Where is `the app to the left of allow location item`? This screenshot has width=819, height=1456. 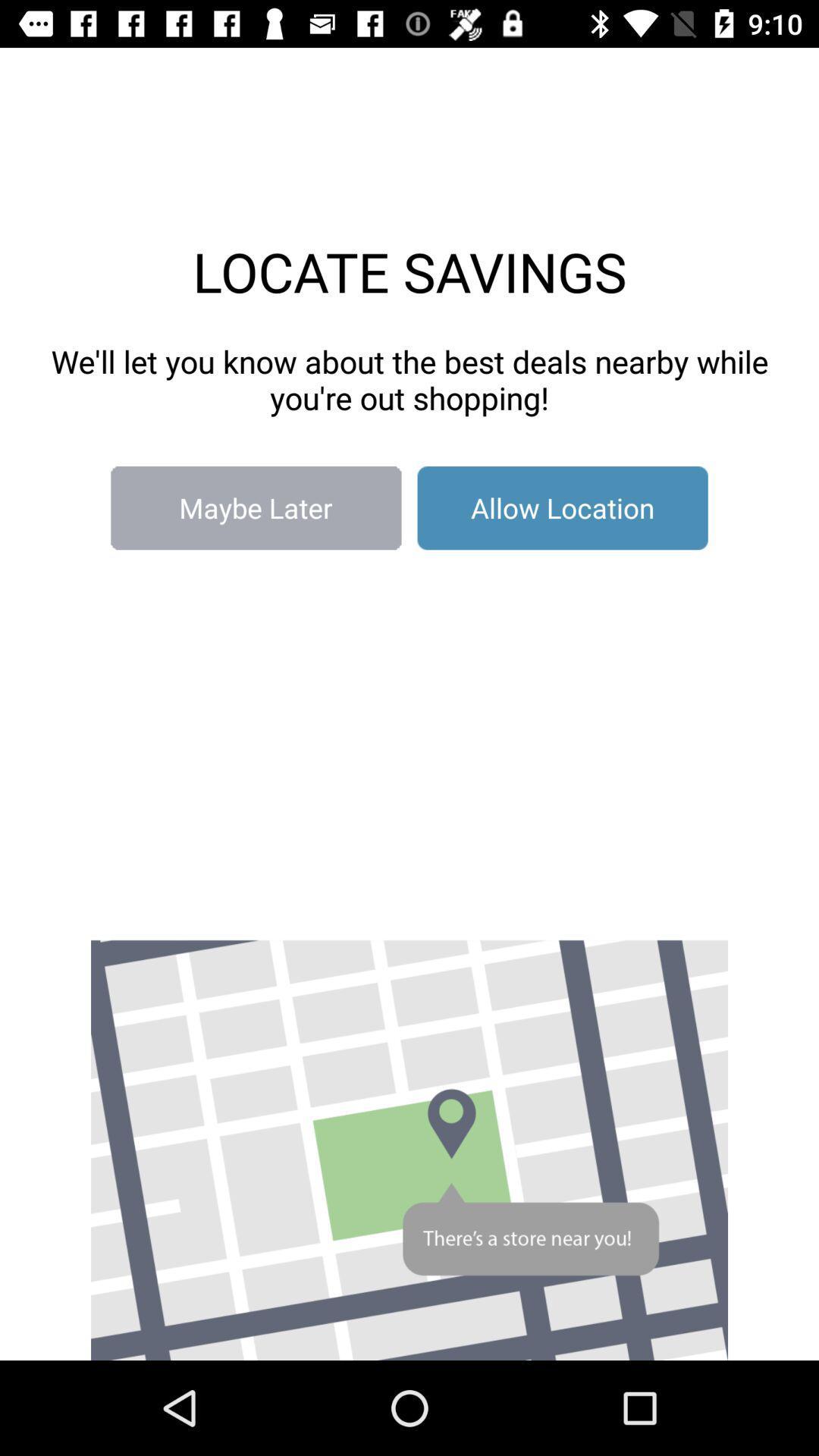 the app to the left of allow location item is located at coordinates (255, 508).